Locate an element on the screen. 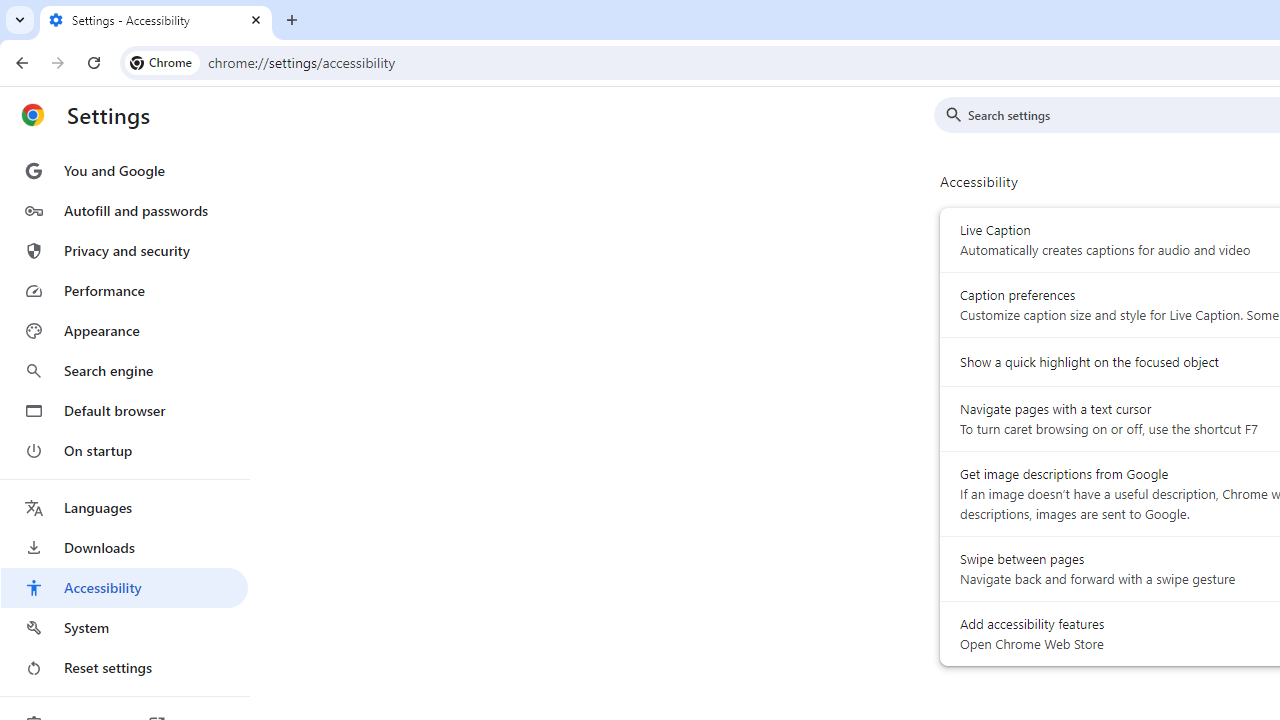 Image resolution: width=1280 pixels, height=720 pixels. 'Appearance' is located at coordinates (123, 330).